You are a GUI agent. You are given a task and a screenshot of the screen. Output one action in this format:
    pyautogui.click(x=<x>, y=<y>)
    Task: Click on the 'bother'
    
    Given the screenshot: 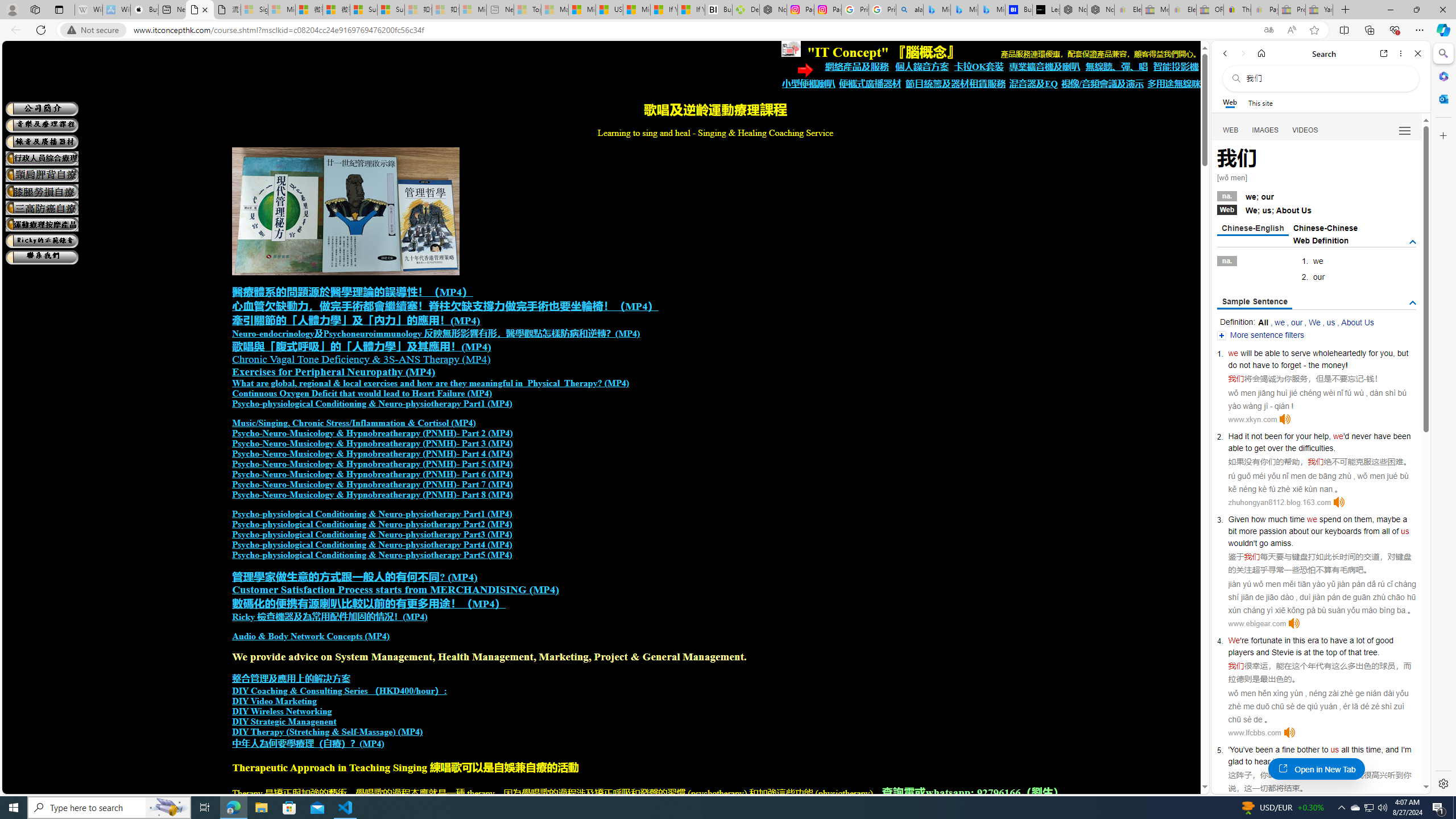 What is the action you would take?
    pyautogui.click(x=1308, y=749)
    